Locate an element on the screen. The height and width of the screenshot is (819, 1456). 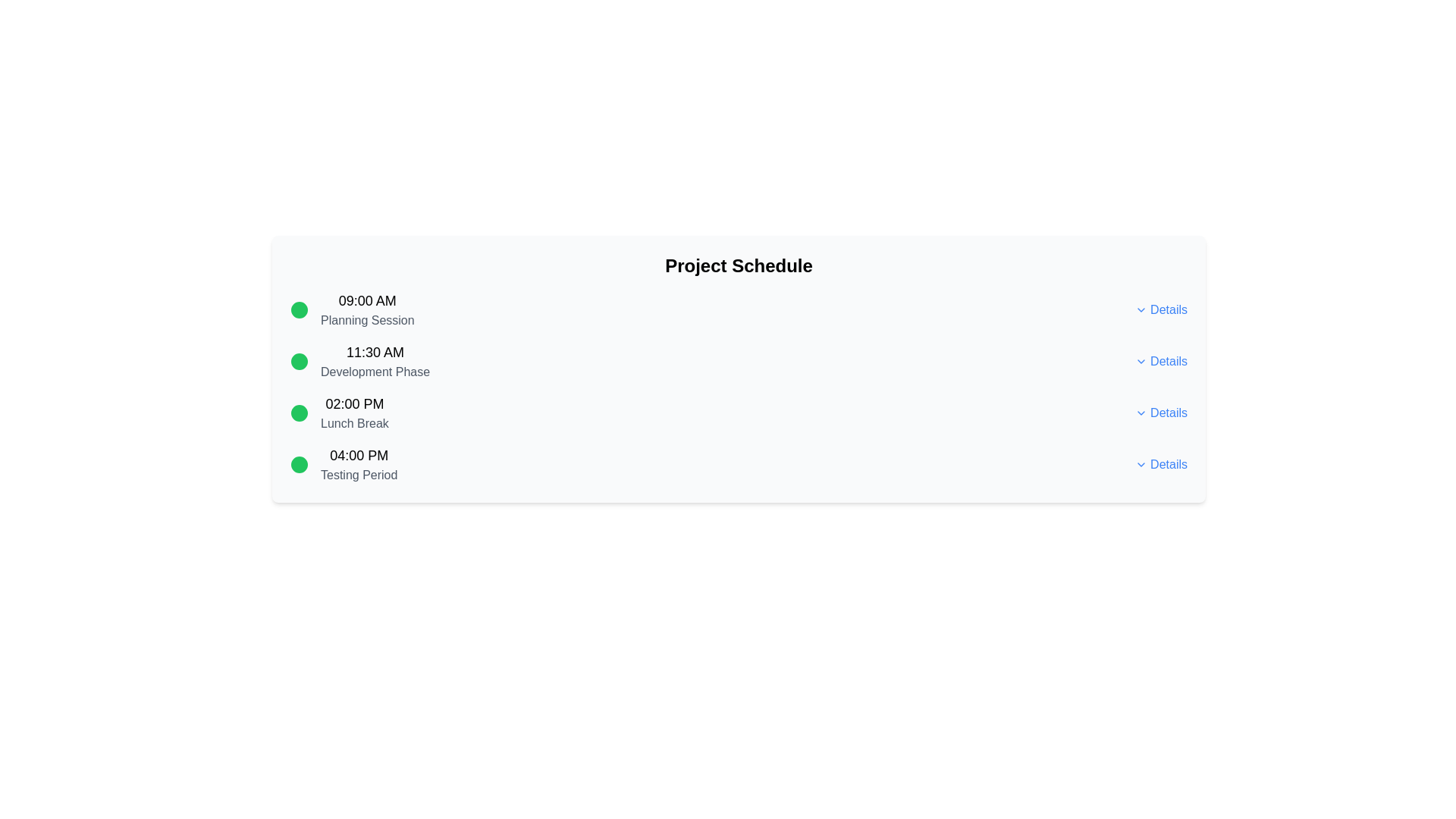
the Text Label that describes the event or activity scheduled at 02:00 PM in the schedule list, located in the third row of the timeline structure is located at coordinates (353, 424).